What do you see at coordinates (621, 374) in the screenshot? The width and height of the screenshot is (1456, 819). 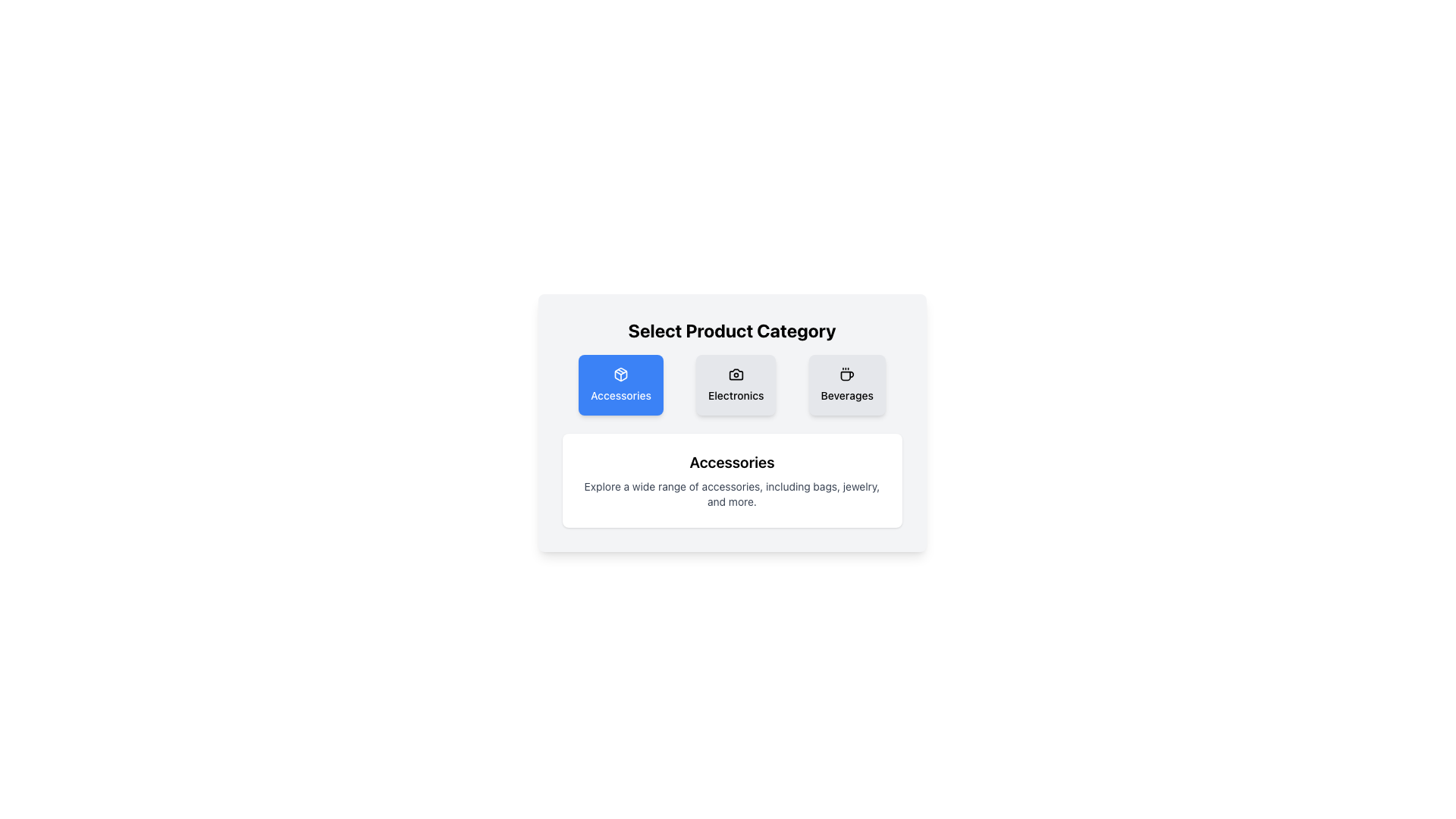 I see `the package box icon located within the blue square card labeled 'Accessories' in the leftmost section of the category row` at bounding box center [621, 374].